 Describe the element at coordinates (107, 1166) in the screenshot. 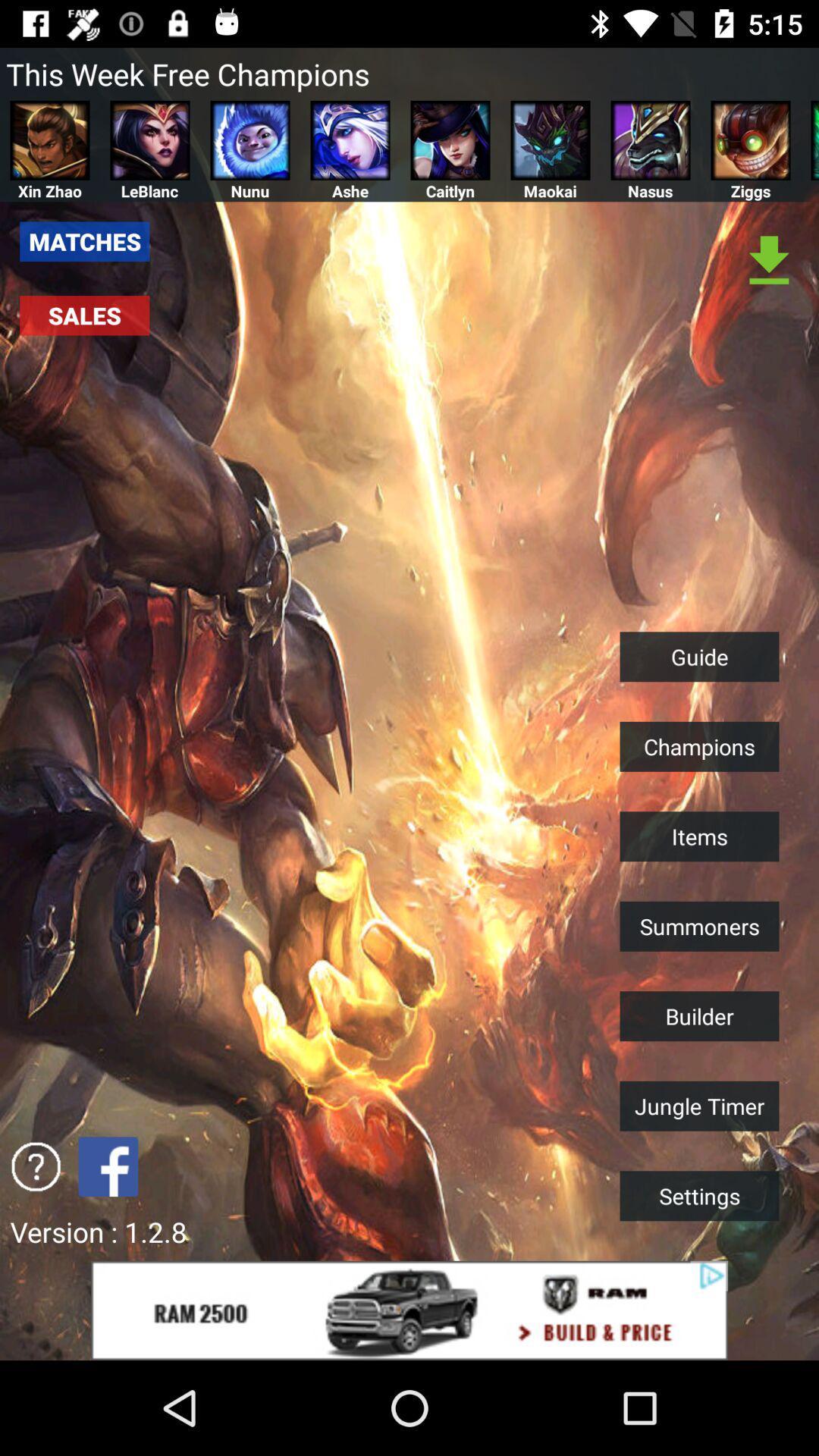

I see `share the article` at that location.